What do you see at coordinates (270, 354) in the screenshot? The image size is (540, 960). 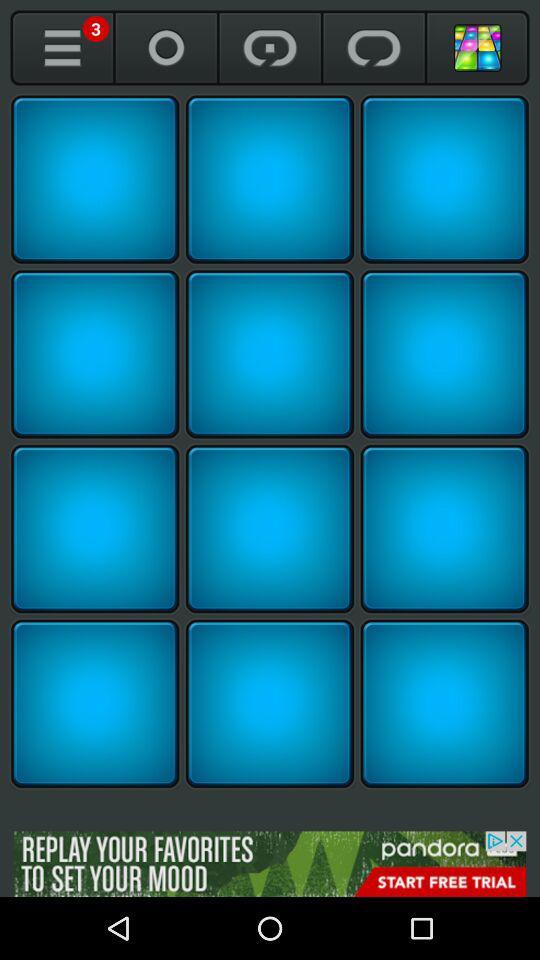 I see `square` at bounding box center [270, 354].